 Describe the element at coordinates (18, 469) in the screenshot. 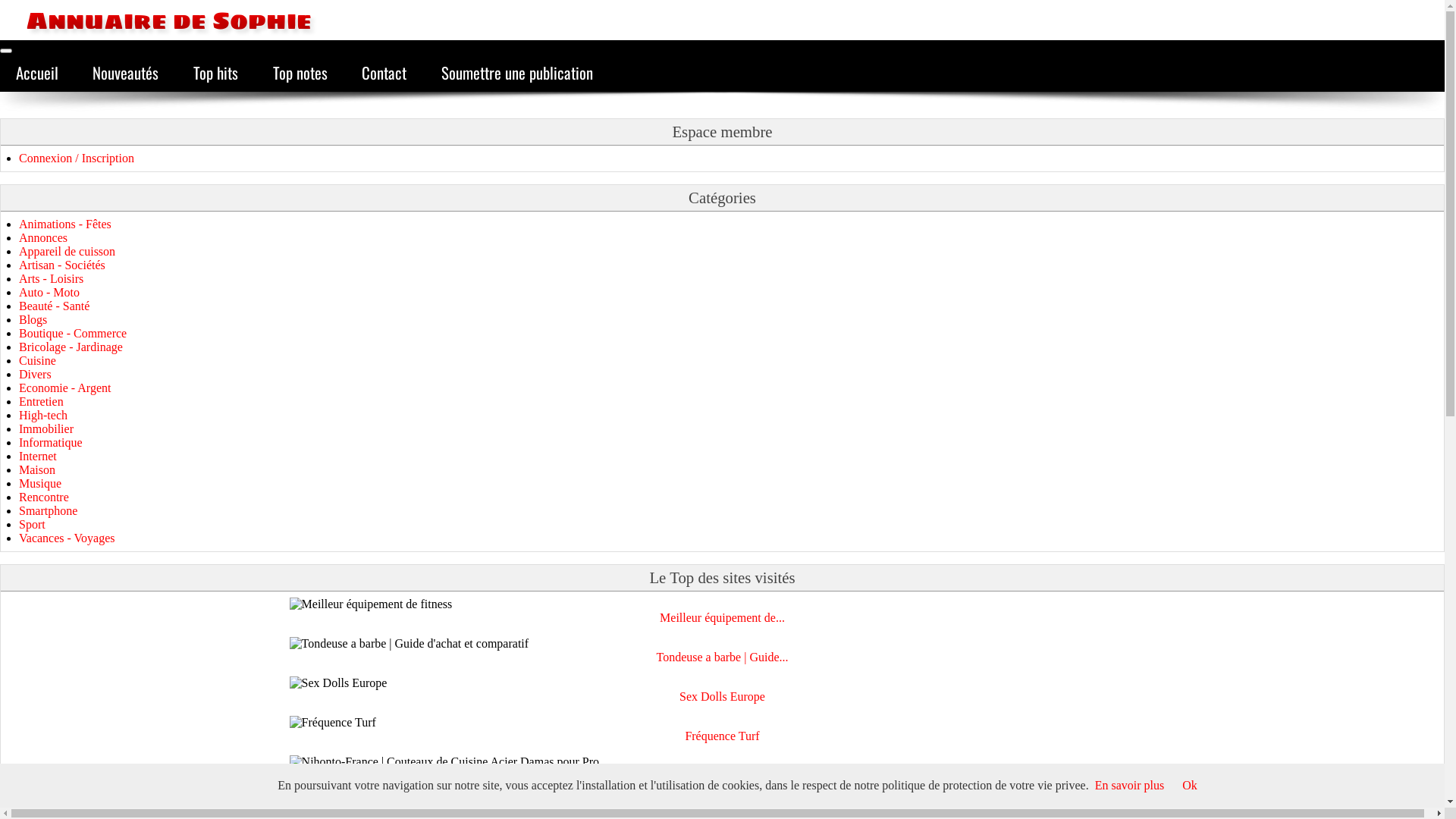

I see `'Maison'` at that location.